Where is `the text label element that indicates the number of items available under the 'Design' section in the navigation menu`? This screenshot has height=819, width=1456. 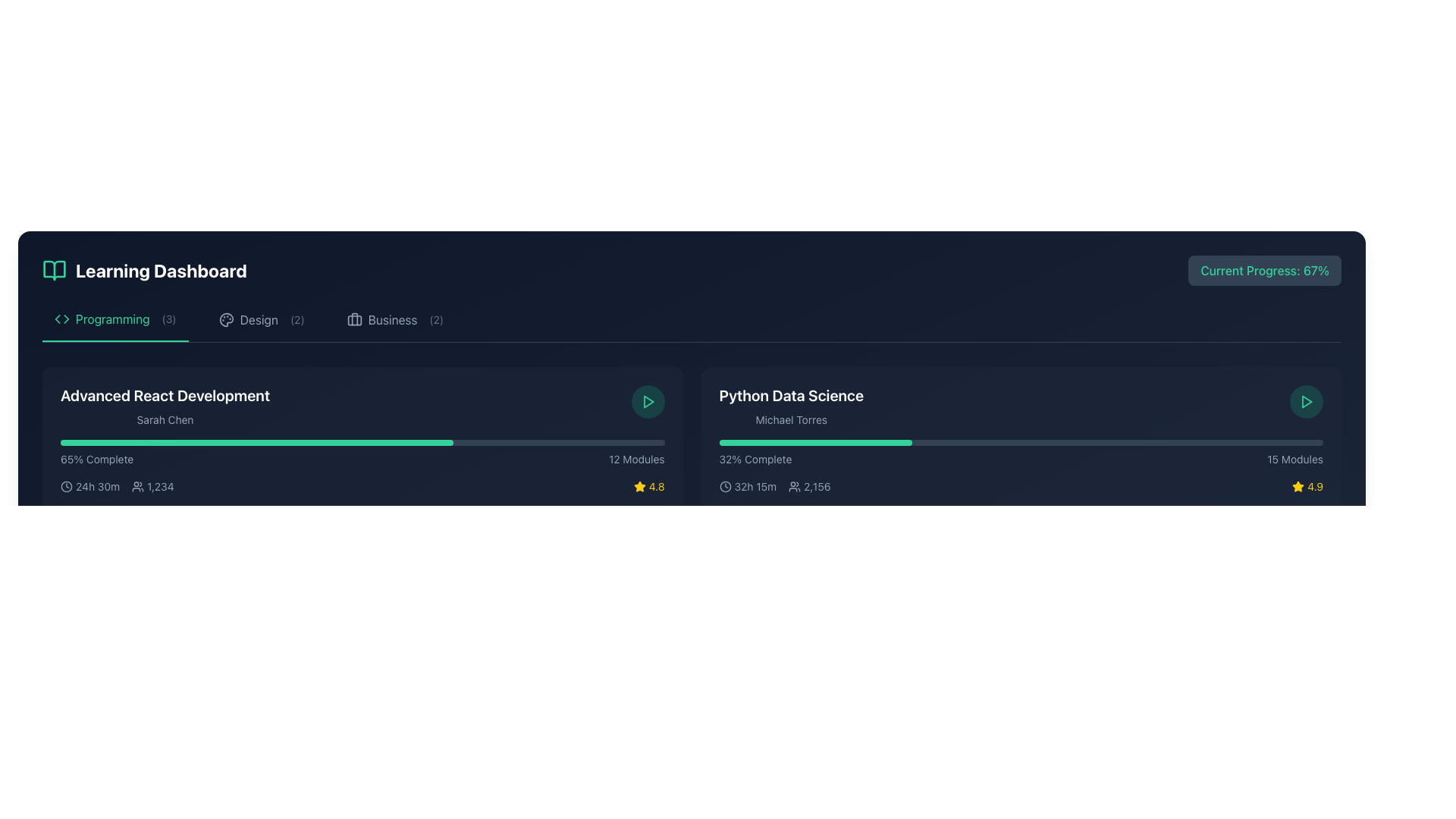
the text label element that indicates the number of items available under the 'Design' section in the navigation menu is located at coordinates (297, 318).